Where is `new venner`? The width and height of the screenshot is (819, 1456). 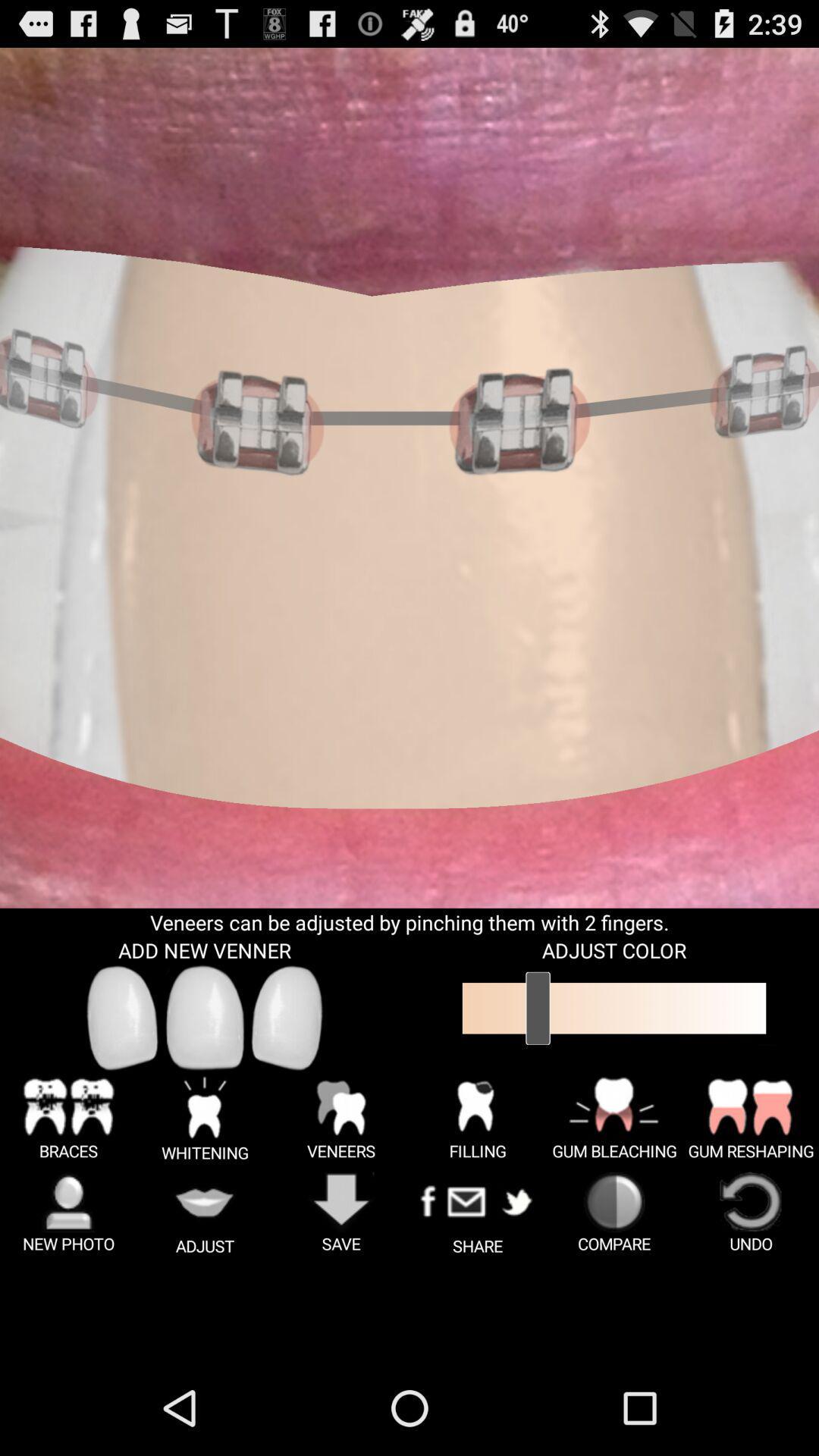 new venner is located at coordinates (205, 1017).